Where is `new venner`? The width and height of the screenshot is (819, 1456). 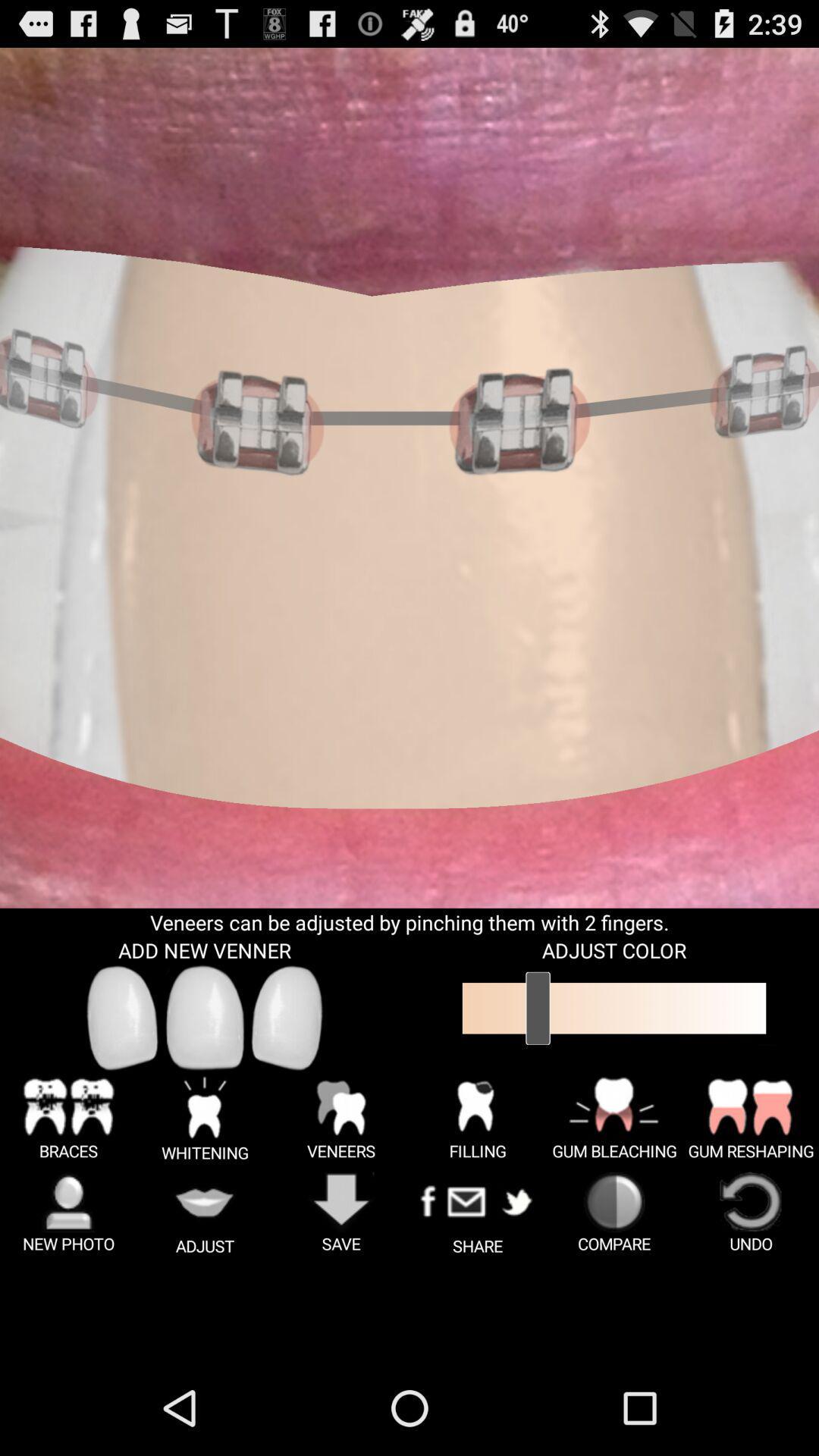 new venner is located at coordinates (205, 1017).